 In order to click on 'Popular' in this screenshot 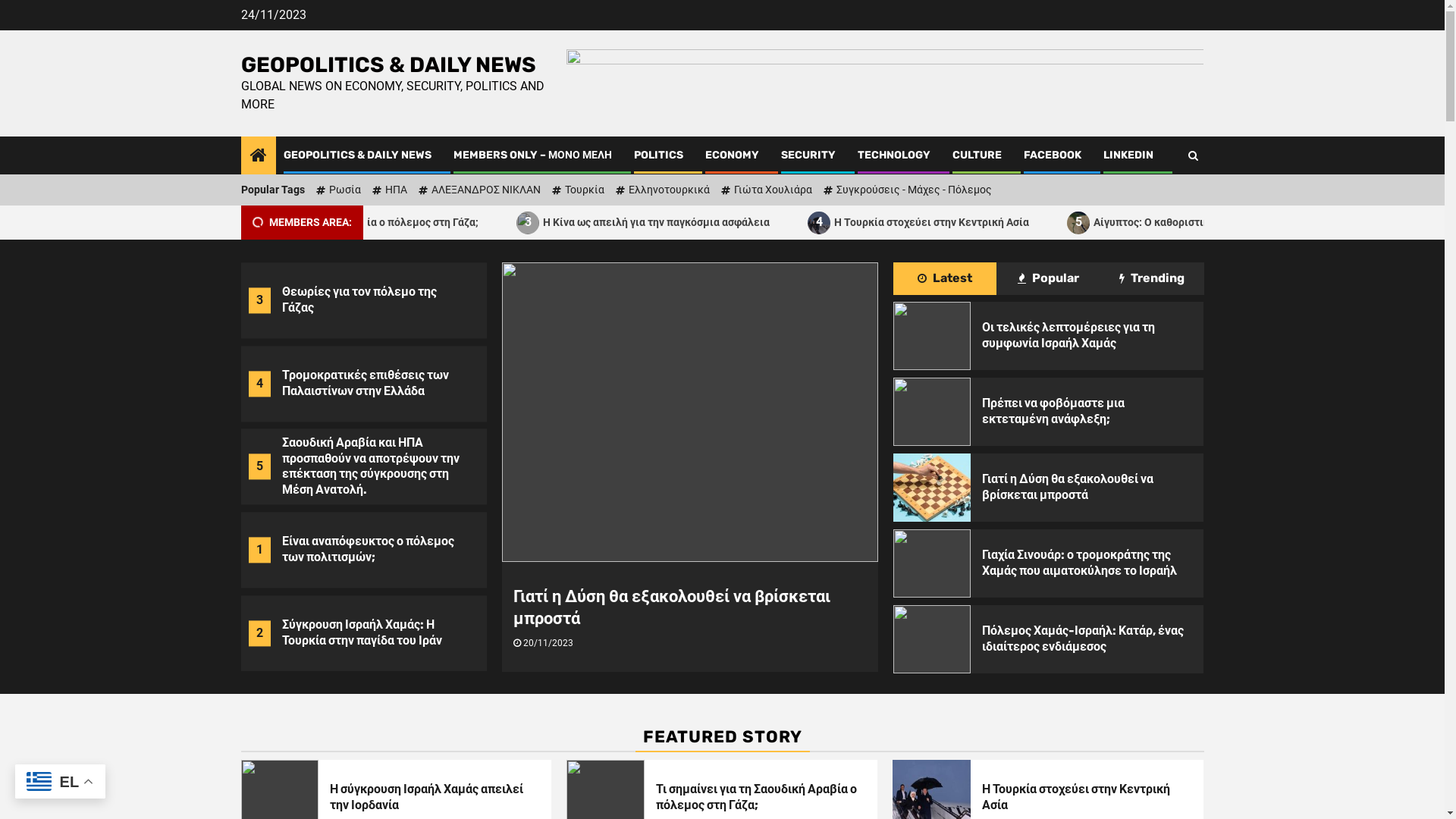, I will do `click(1047, 278)`.